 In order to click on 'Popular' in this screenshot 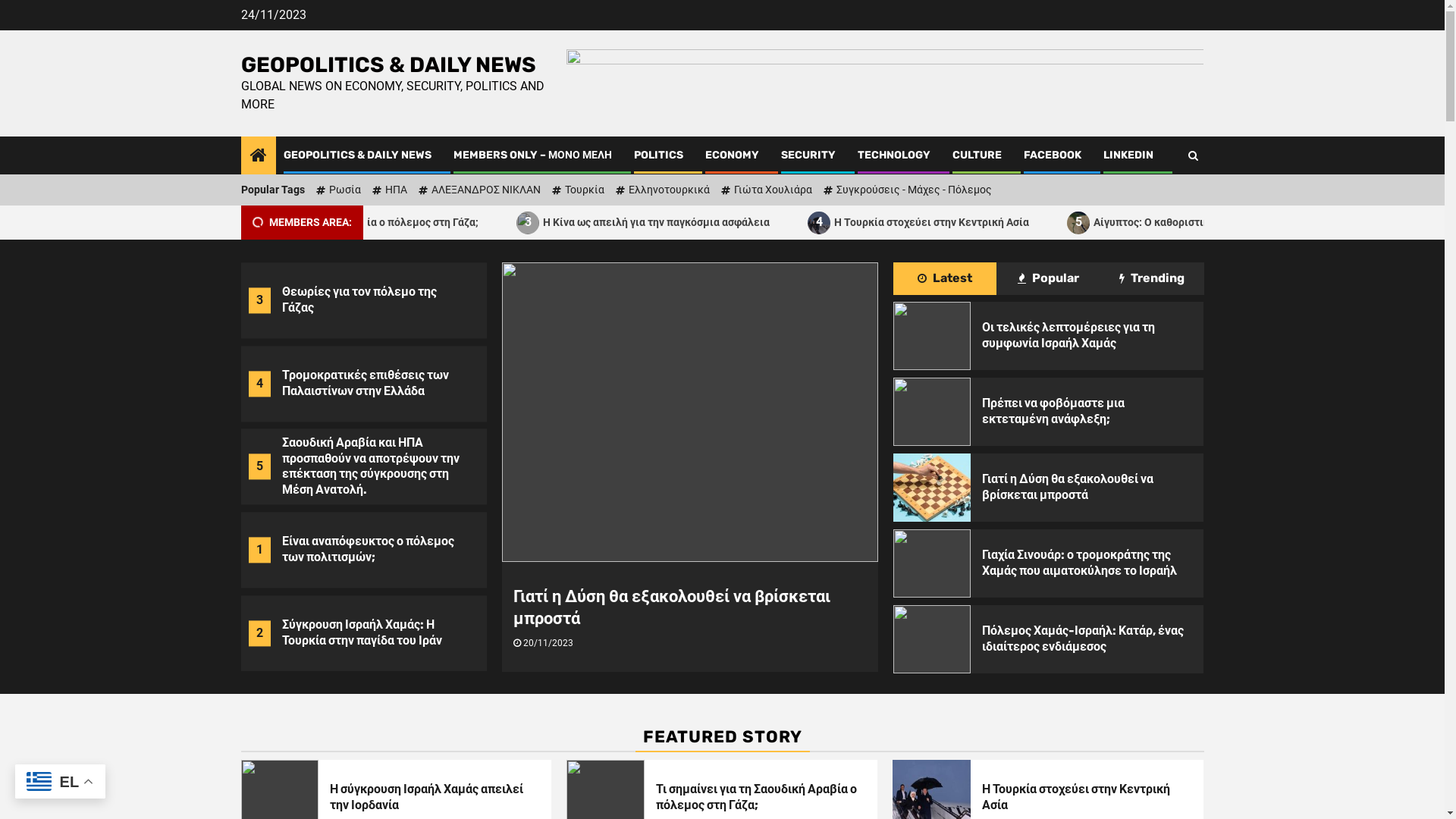, I will do `click(1047, 278)`.